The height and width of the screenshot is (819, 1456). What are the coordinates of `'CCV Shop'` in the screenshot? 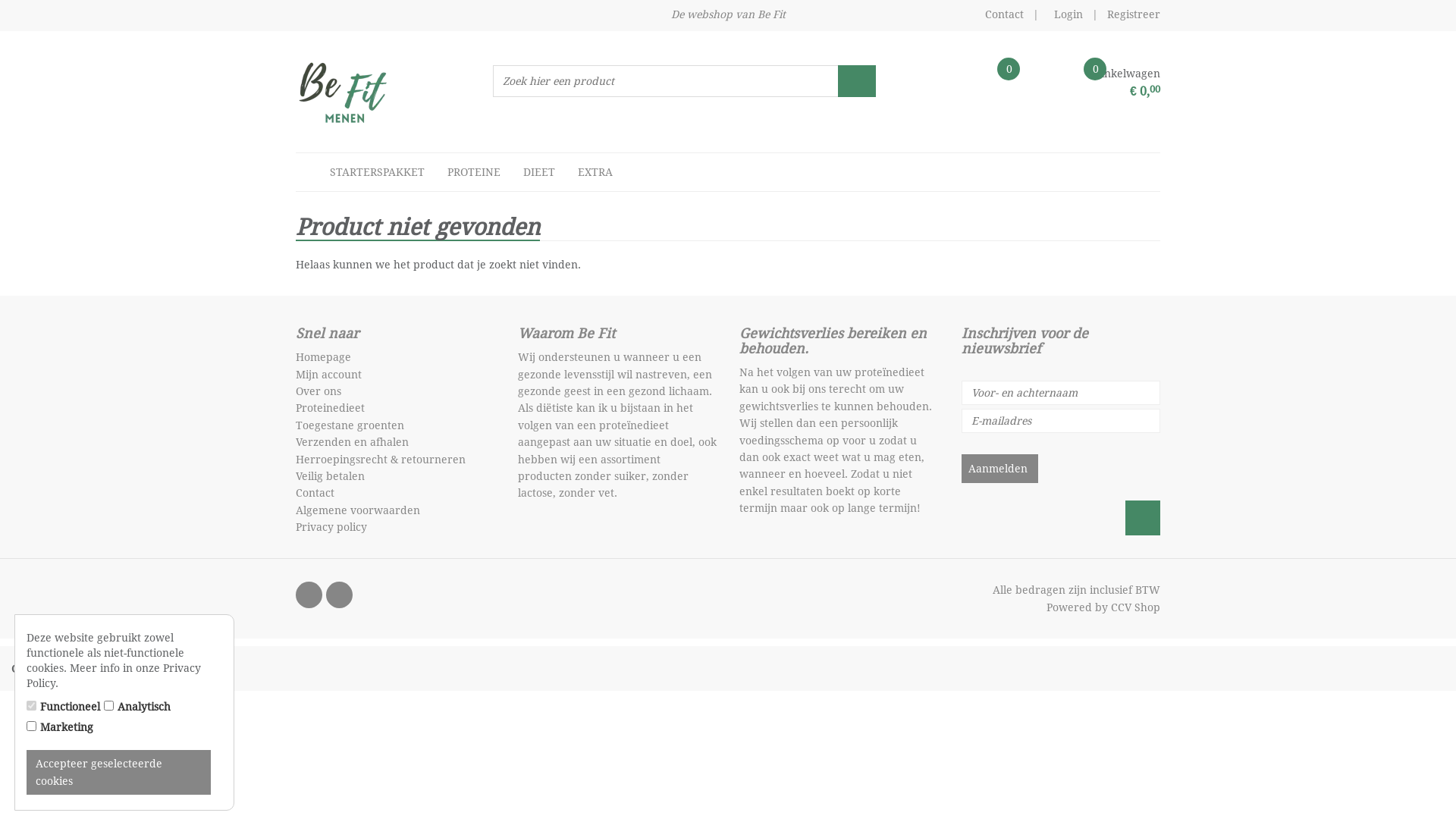 It's located at (1135, 607).